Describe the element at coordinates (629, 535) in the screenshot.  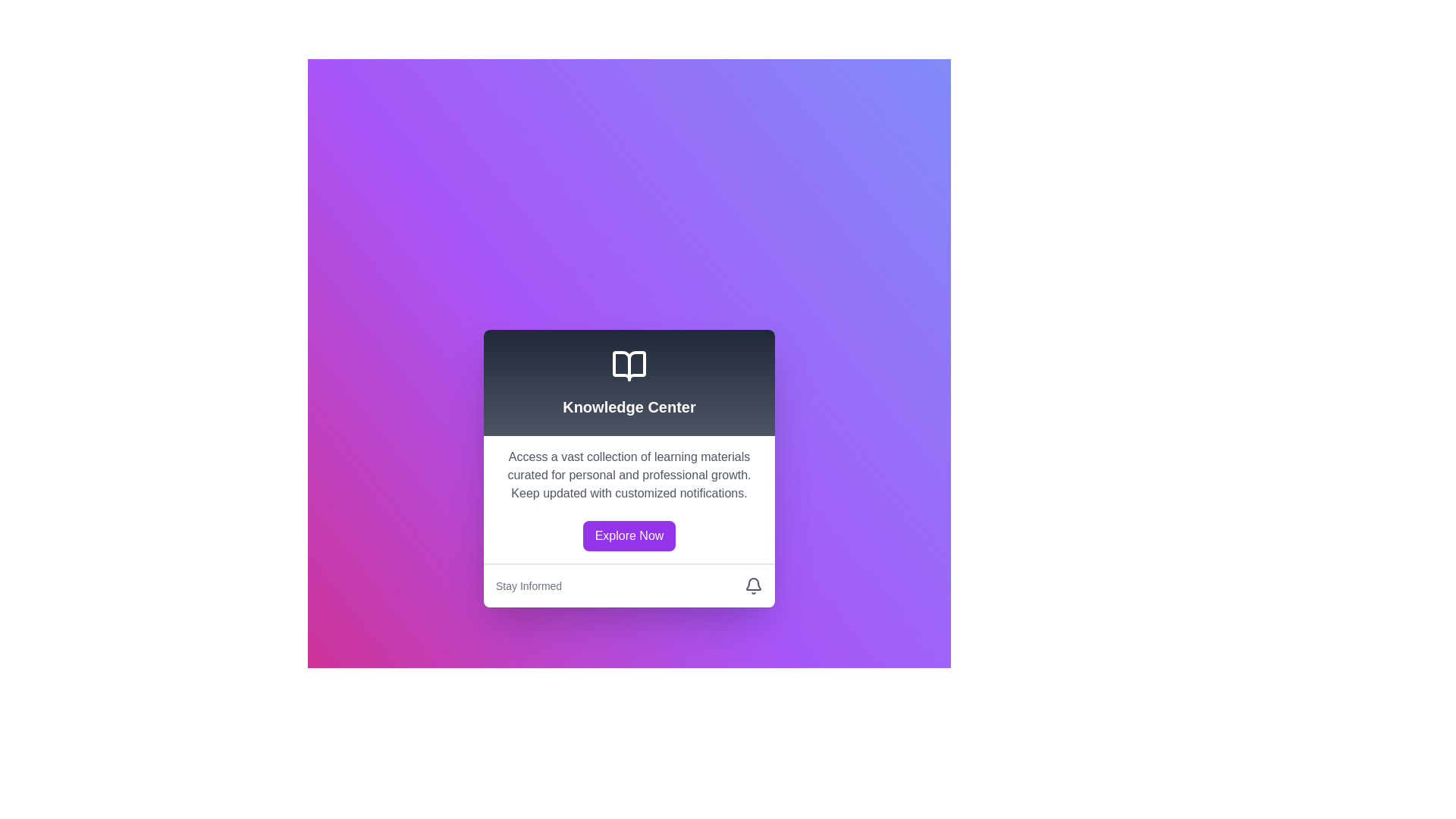
I see `the 'Explore Now' button, which is a rectangular button with rounded corners, styled with a purple background and white text, located centrally beneath the text description about learning materials` at that location.